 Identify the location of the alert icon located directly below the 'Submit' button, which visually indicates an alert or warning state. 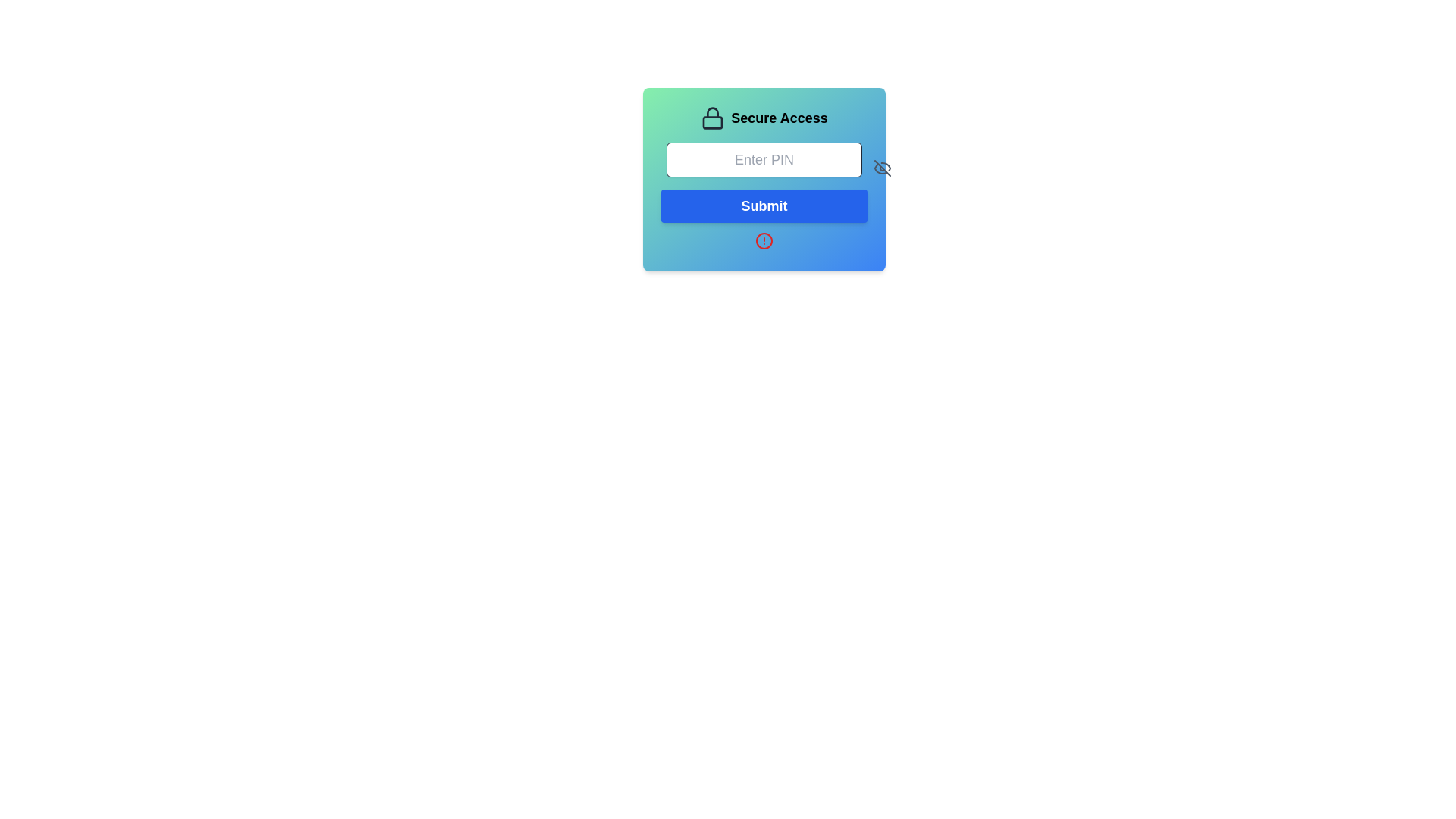
(764, 240).